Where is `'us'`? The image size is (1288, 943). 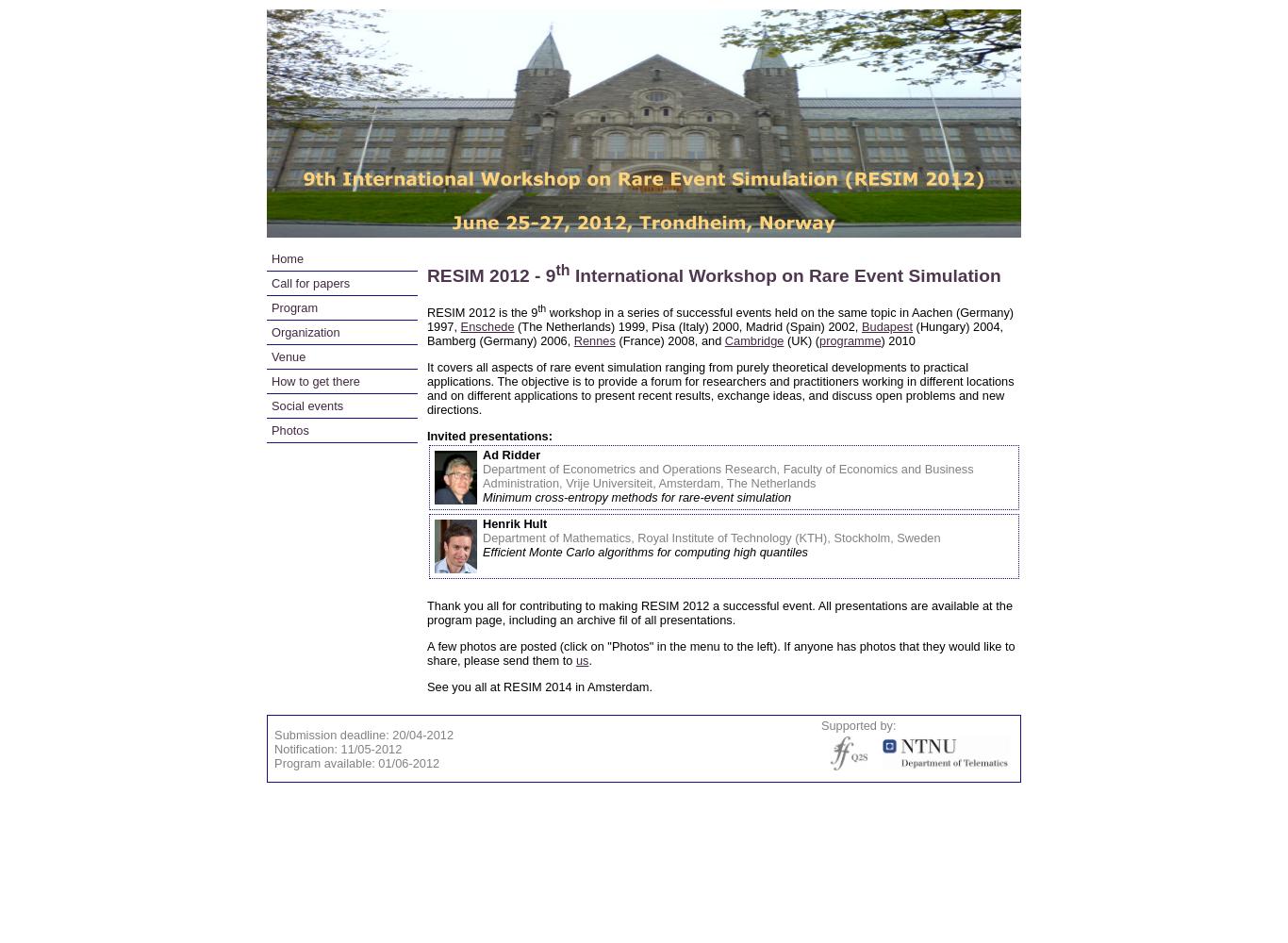
'us' is located at coordinates (581, 658).